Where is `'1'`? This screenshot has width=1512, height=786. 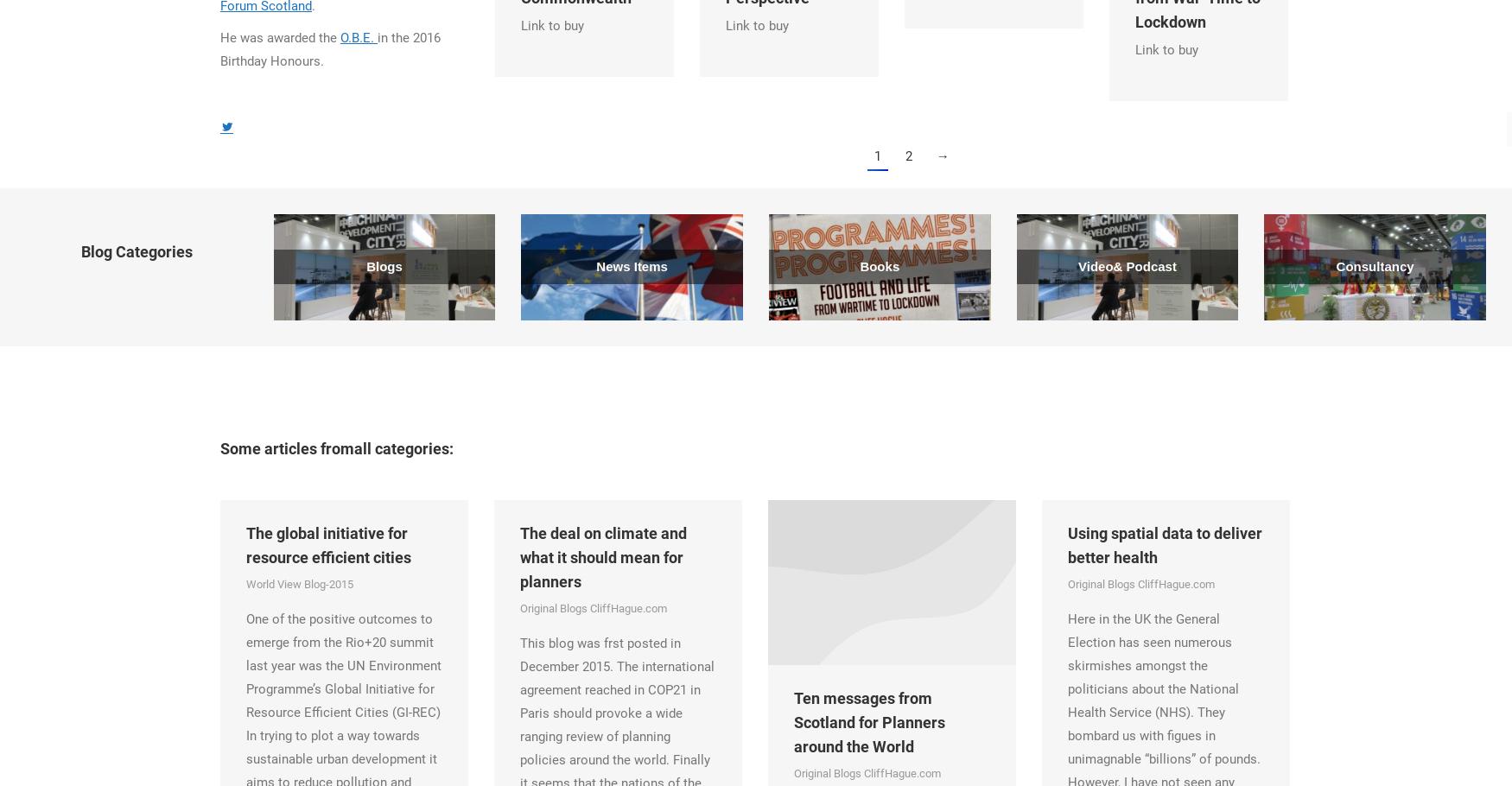 '1' is located at coordinates (875, 155).